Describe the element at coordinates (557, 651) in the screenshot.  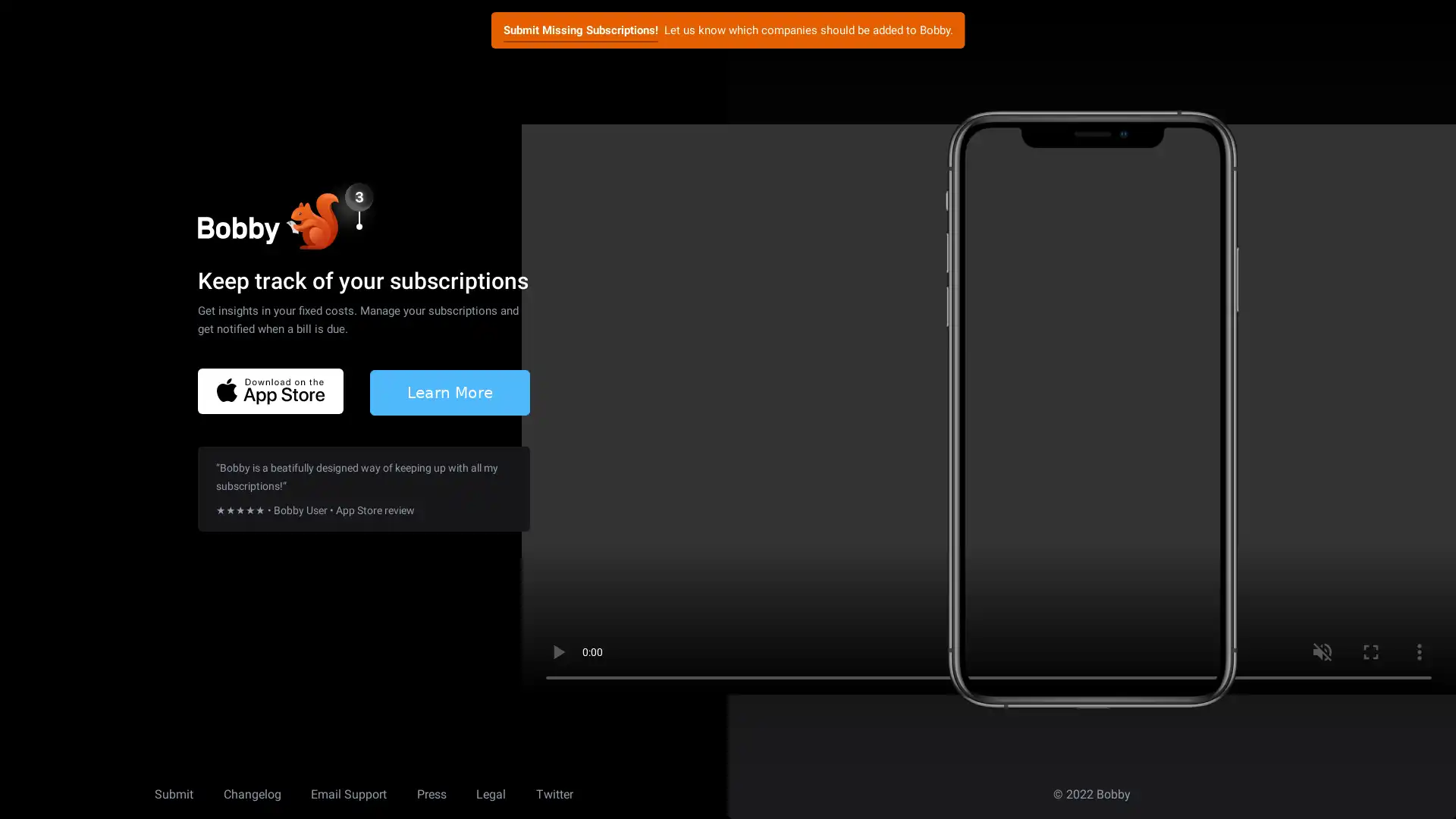
I see `play` at that location.